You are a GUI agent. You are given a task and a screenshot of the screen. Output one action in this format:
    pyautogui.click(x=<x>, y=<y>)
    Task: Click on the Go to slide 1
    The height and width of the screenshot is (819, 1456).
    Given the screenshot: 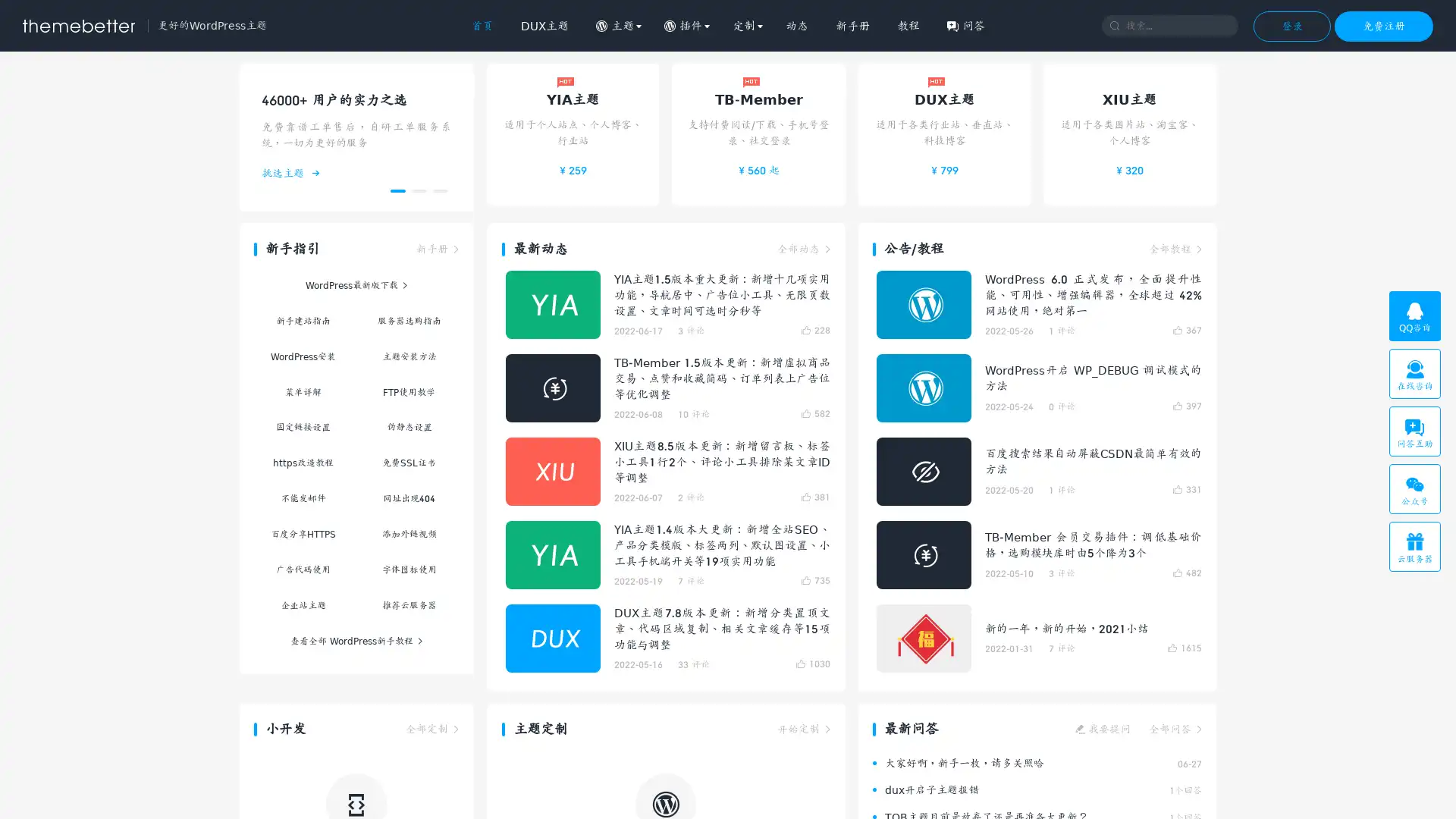 What is the action you would take?
    pyautogui.click(x=397, y=190)
    